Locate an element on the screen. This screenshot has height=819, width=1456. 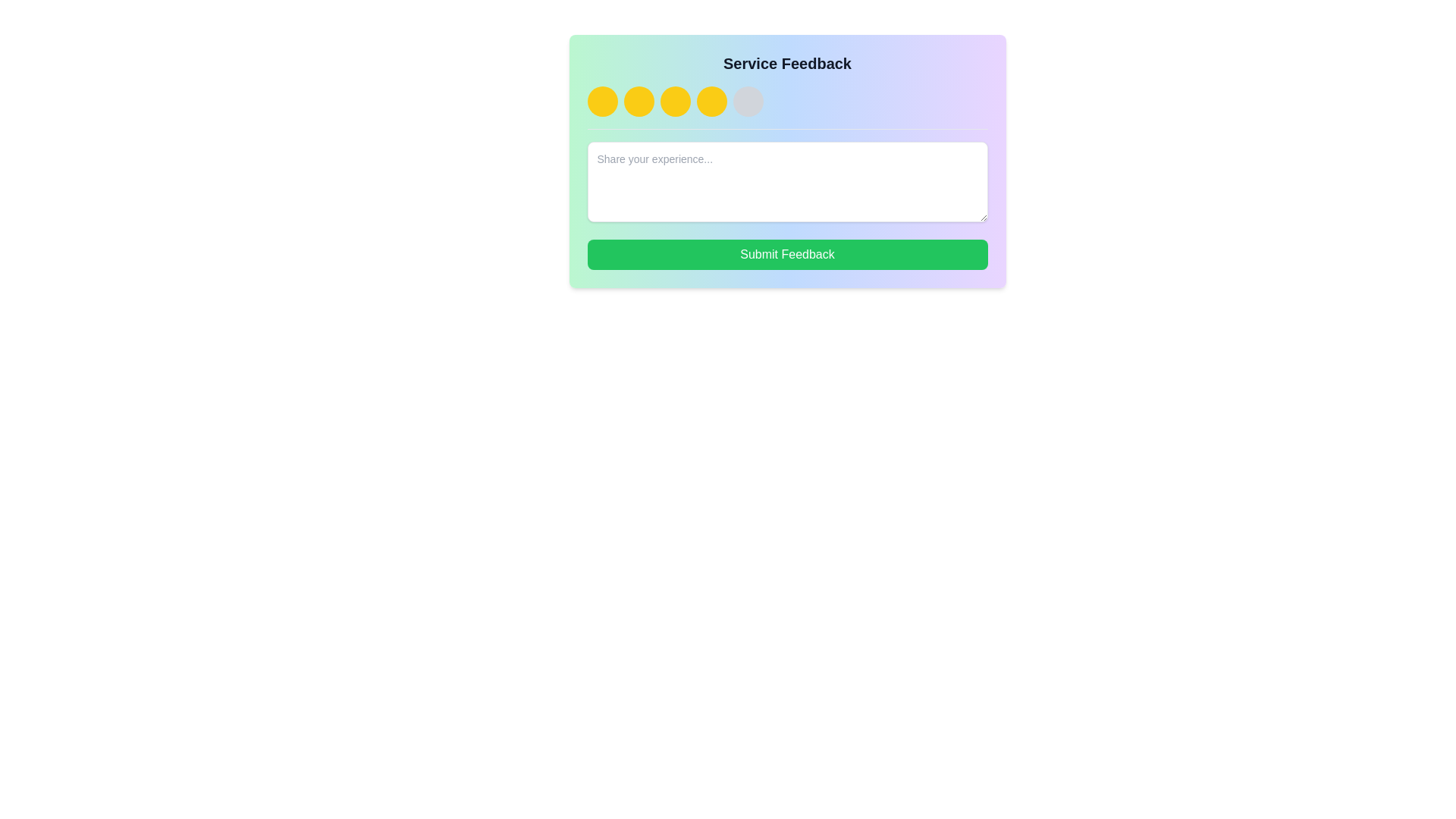
across the circular rating icons is located at coordinates (787, 107).